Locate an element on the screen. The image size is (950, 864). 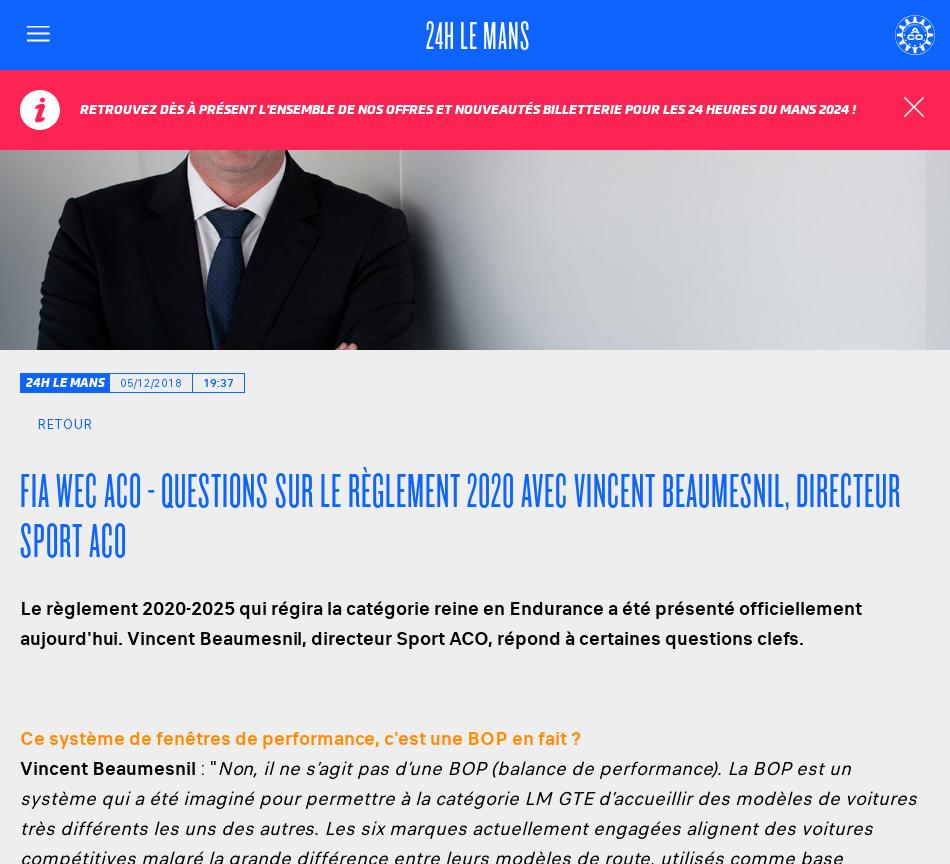
'24h Le Mans' is located at coordinates (65, 382).